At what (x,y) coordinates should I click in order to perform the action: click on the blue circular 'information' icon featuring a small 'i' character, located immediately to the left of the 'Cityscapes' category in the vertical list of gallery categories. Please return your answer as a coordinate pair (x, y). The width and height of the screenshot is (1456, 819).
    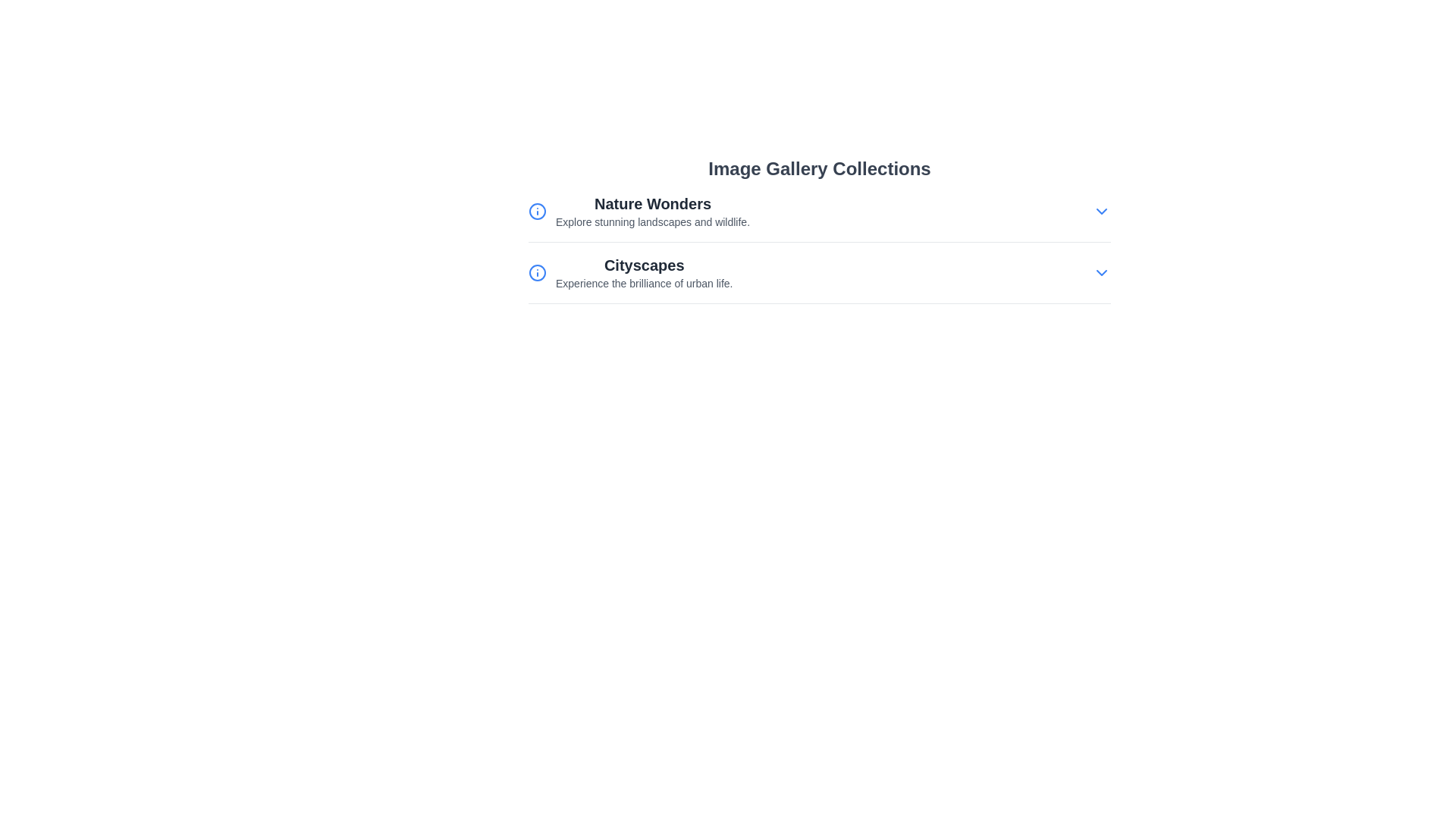
    Looking at the image, I should click on (538, 271).